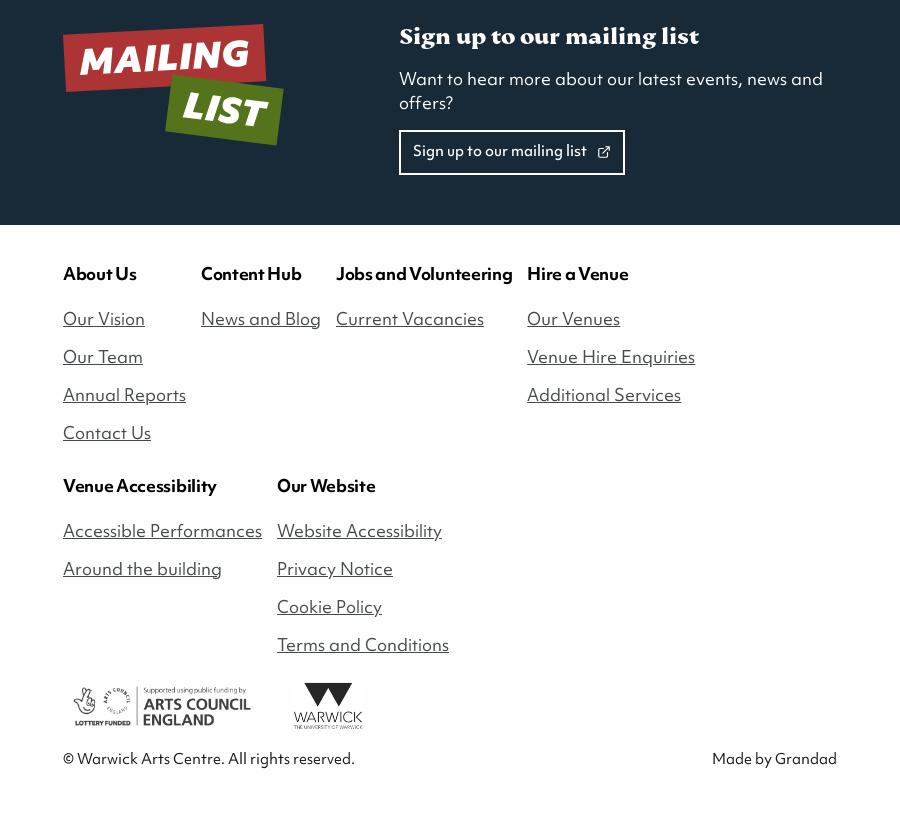 The image size is (900, 815). I want to click on '© Warwick Arts Centre. All rights reserved.', so click(62, 758).